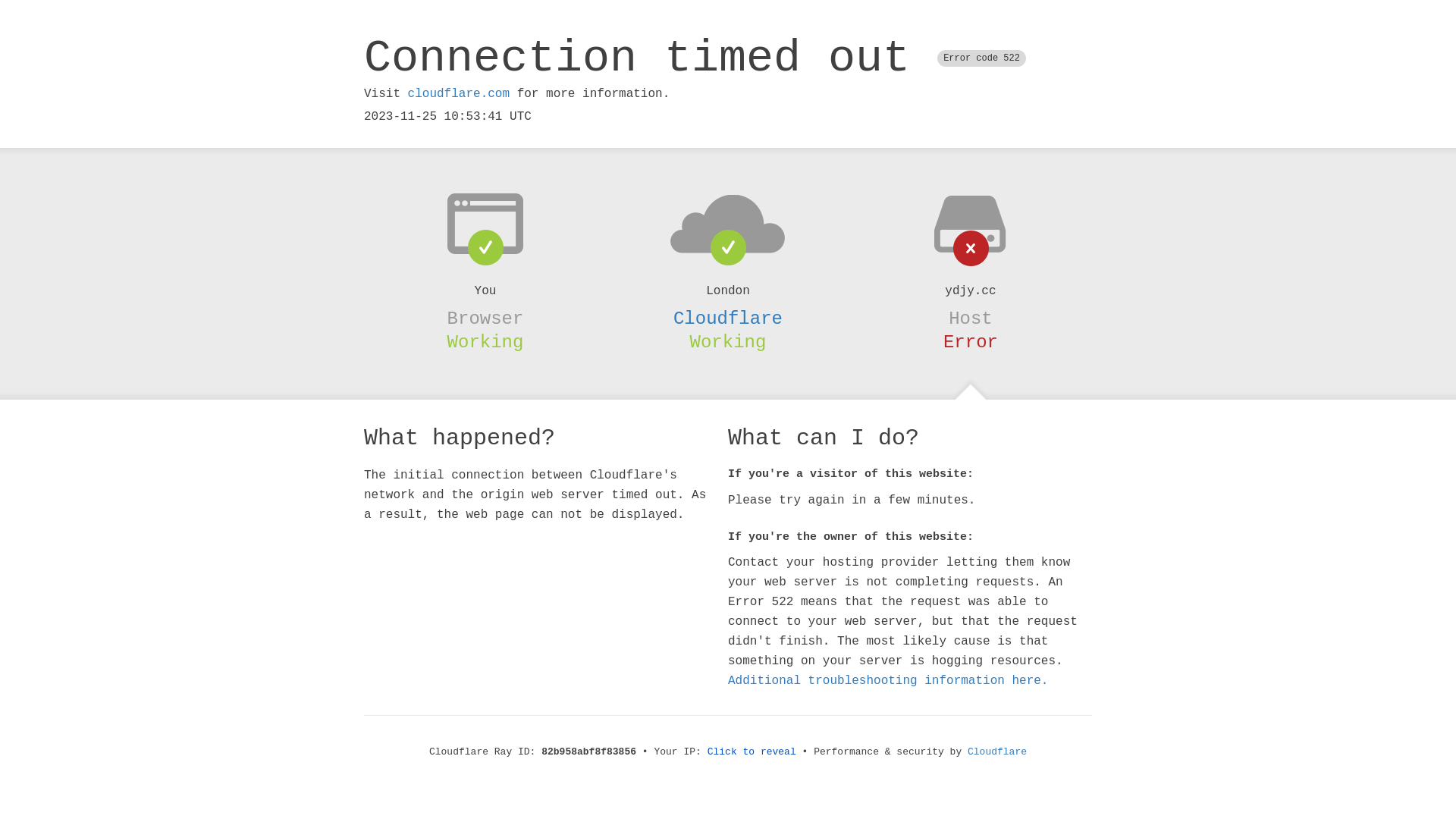 The height and width of the screenshot is (819, 1456). What do you see at coordinates (888, 680) in the screenshot?
I see `'Additional troubleshooting information here.'` at bounding box center [888, 680].